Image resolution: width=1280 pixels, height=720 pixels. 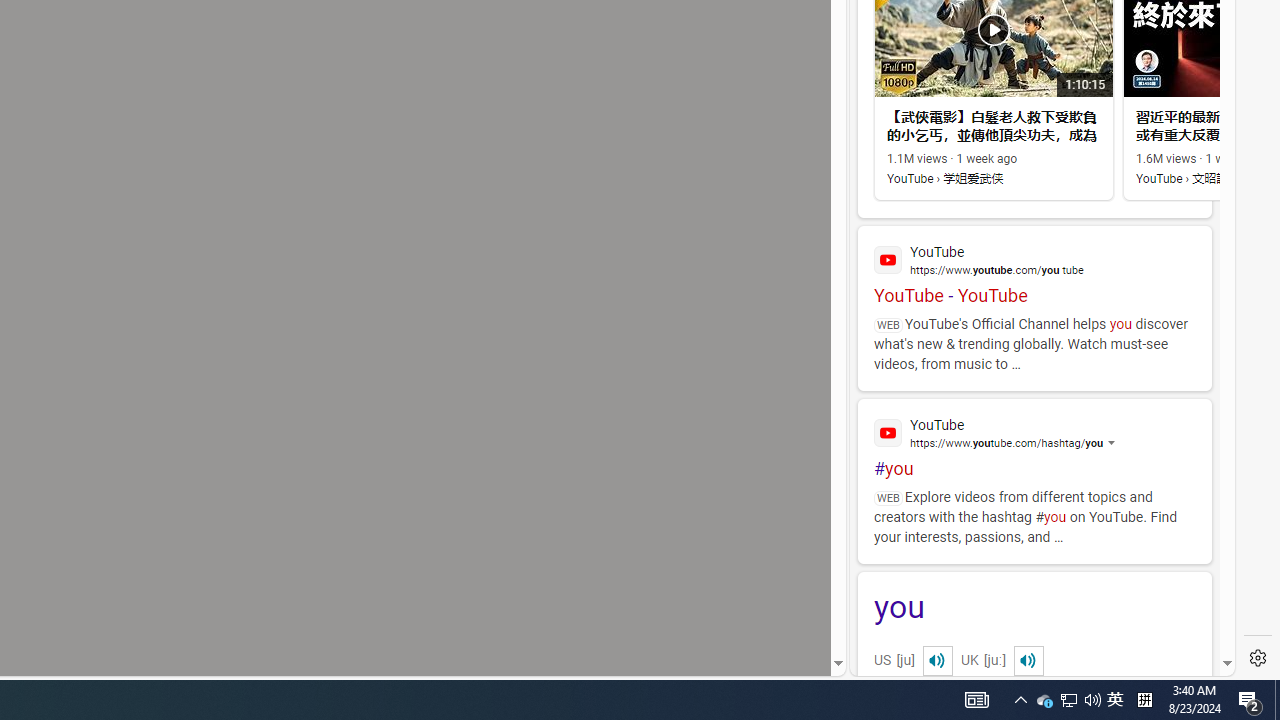 I want to click on 'Global web icon', so click(x=887, y=431).